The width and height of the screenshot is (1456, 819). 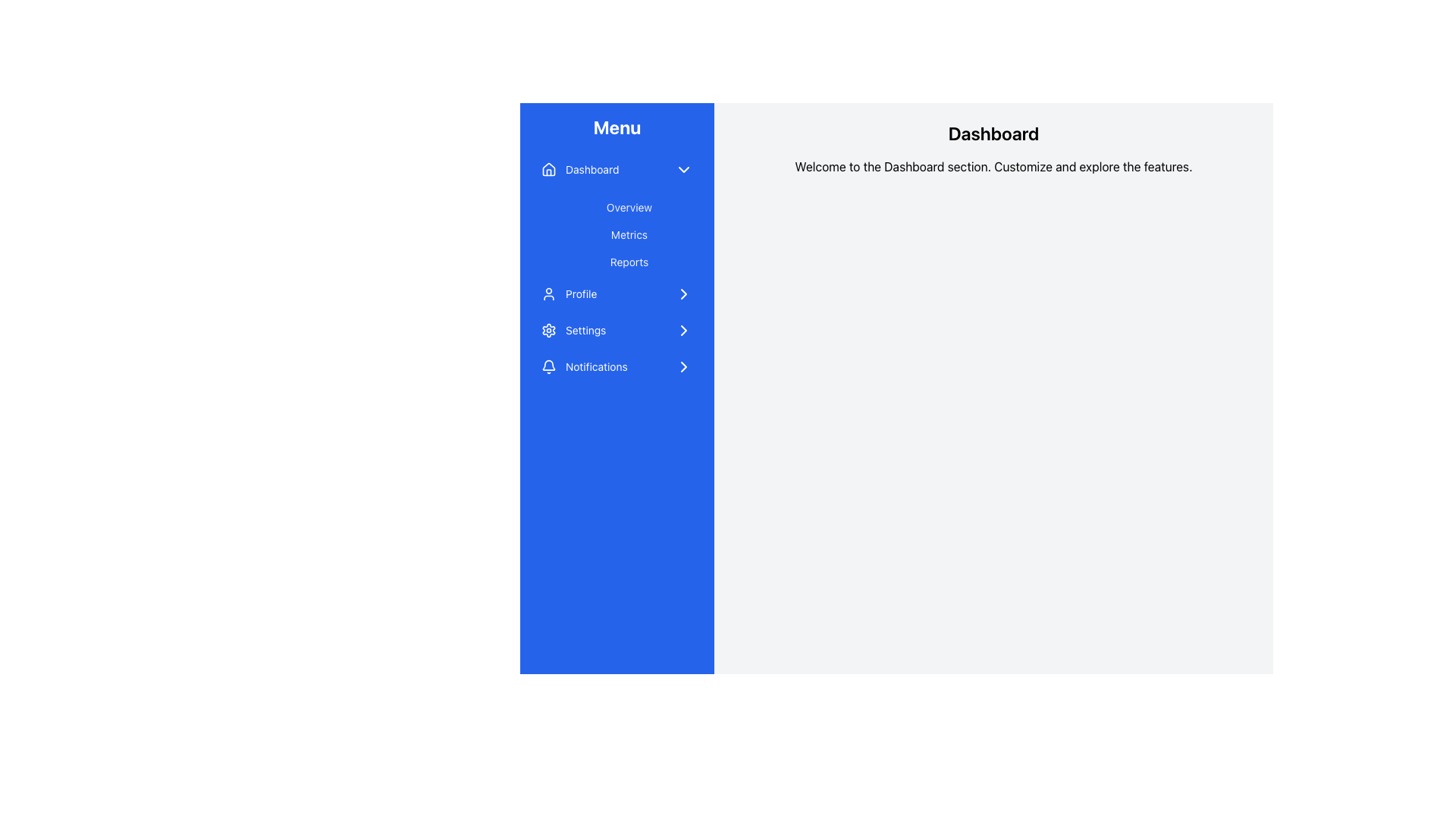 What do you see at coordinates (683, 329) in the screenshot?
I see `the rightward arrow icon indicating navigation in the 'Settings' menu entry, which is styled in white on a blue background and located at the rightmost section of the menu` at bounding box center [683, 329].